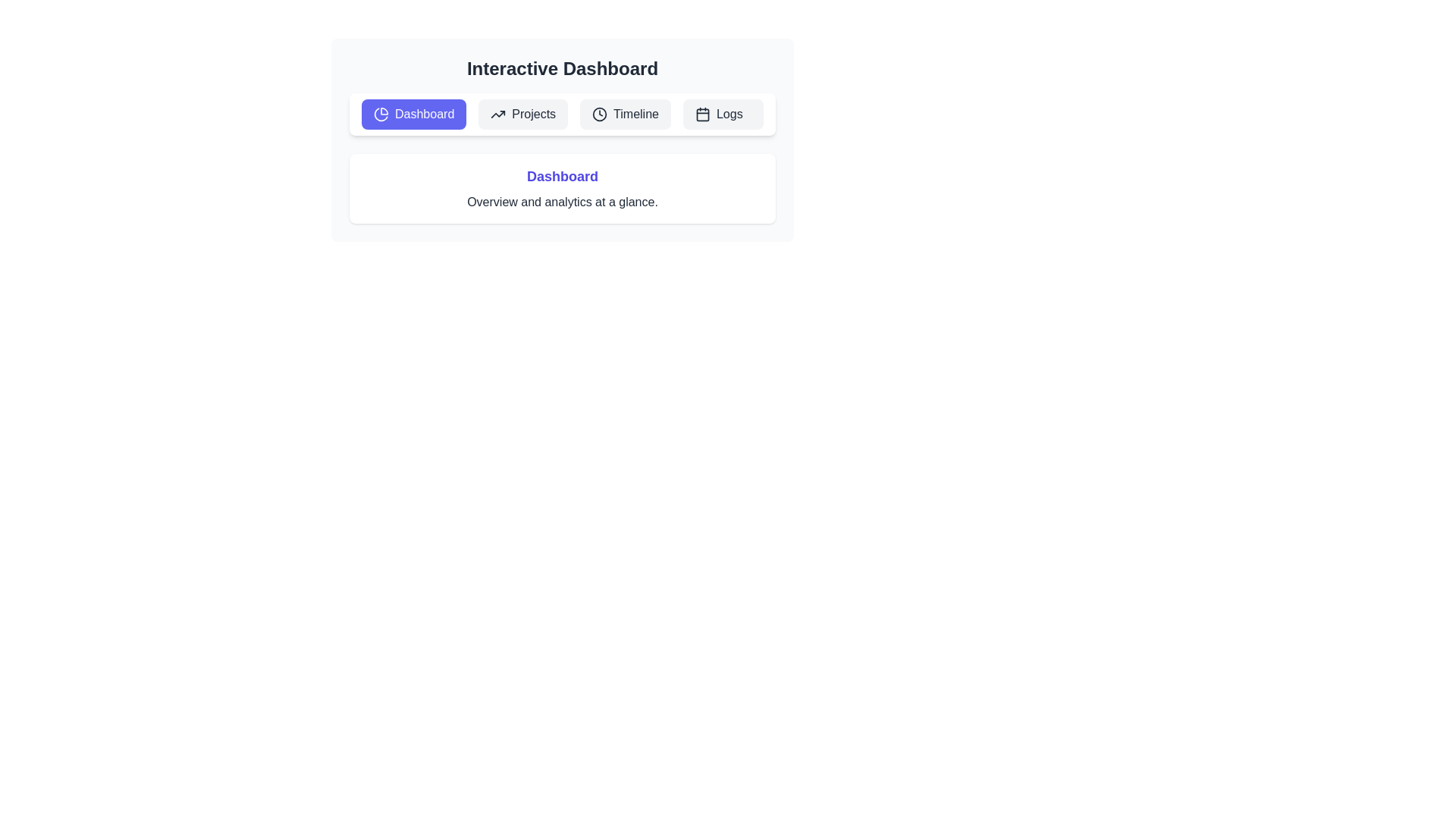  I want to click on the 'Dashboard' button located at the top-left of the section, which contains a small pie chart icon preceding the text, so click(381, 113).